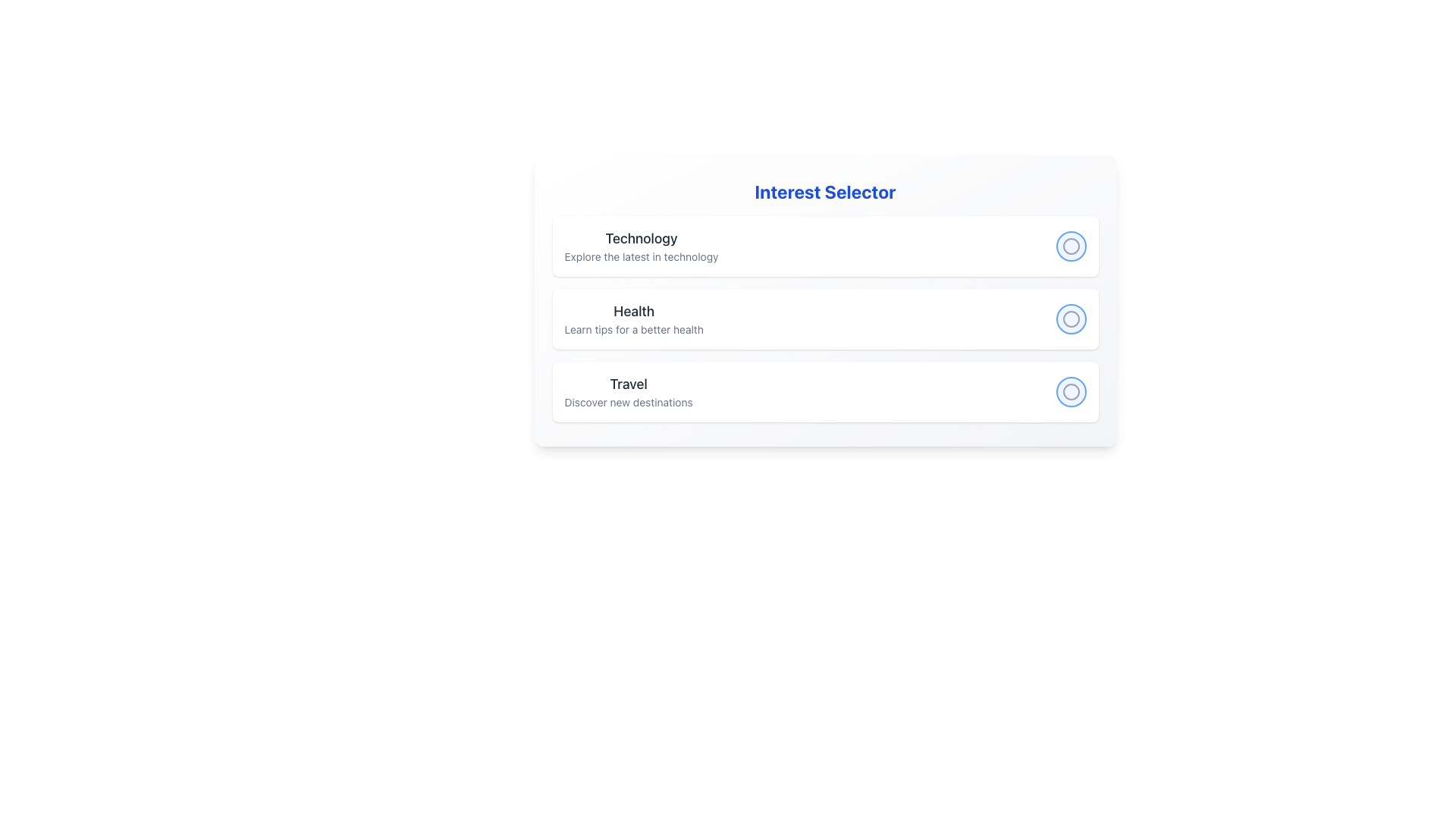  What do you see at coordinates (824, 191) in the screenshot?
I see `the Text label that serves as the title for the section indicating the purpose of the component below, which is to select an interest` at bounding box center [824, 191].